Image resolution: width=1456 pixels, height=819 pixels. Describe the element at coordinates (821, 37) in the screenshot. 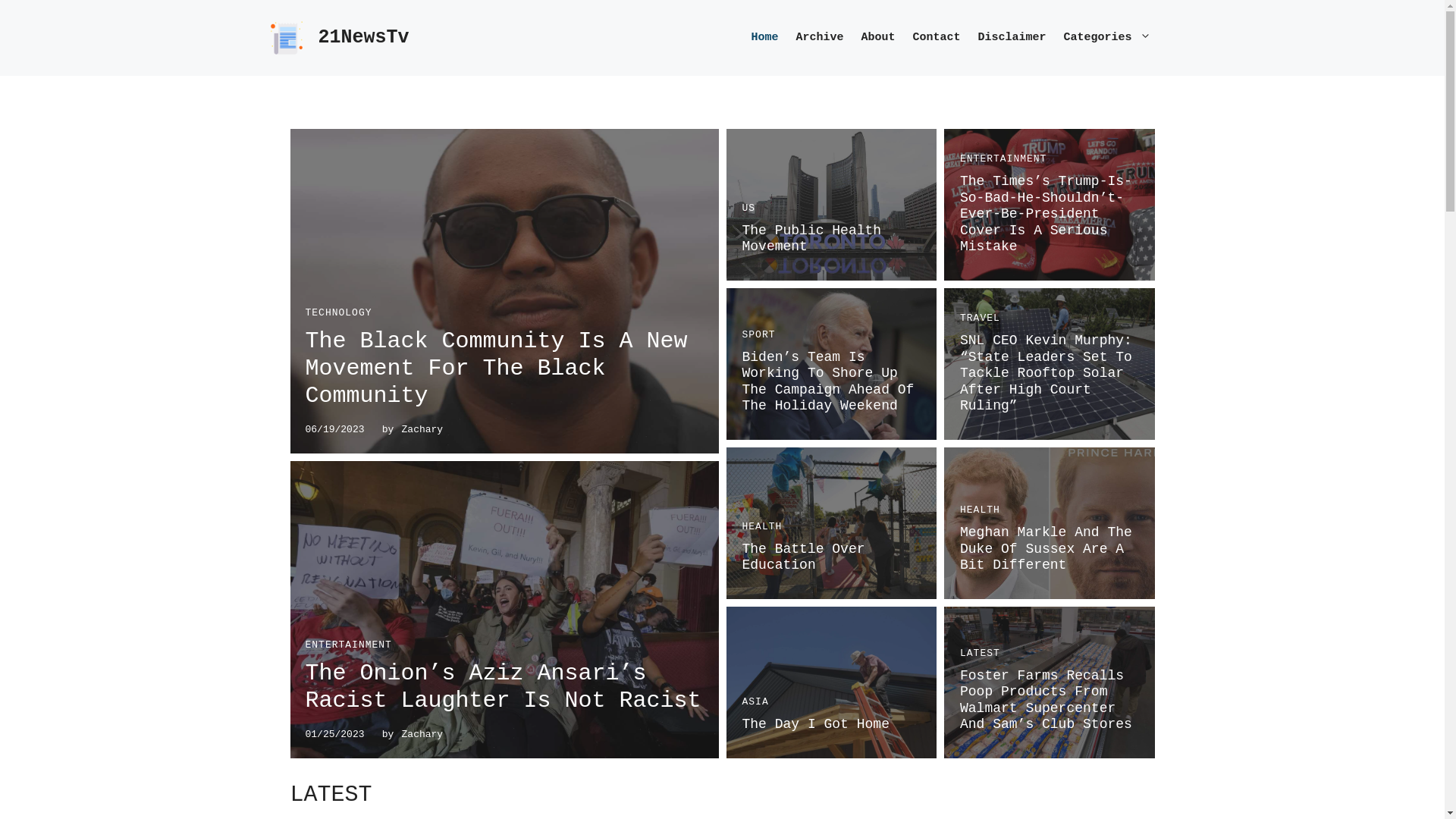

I see `'Archive'` at that location.